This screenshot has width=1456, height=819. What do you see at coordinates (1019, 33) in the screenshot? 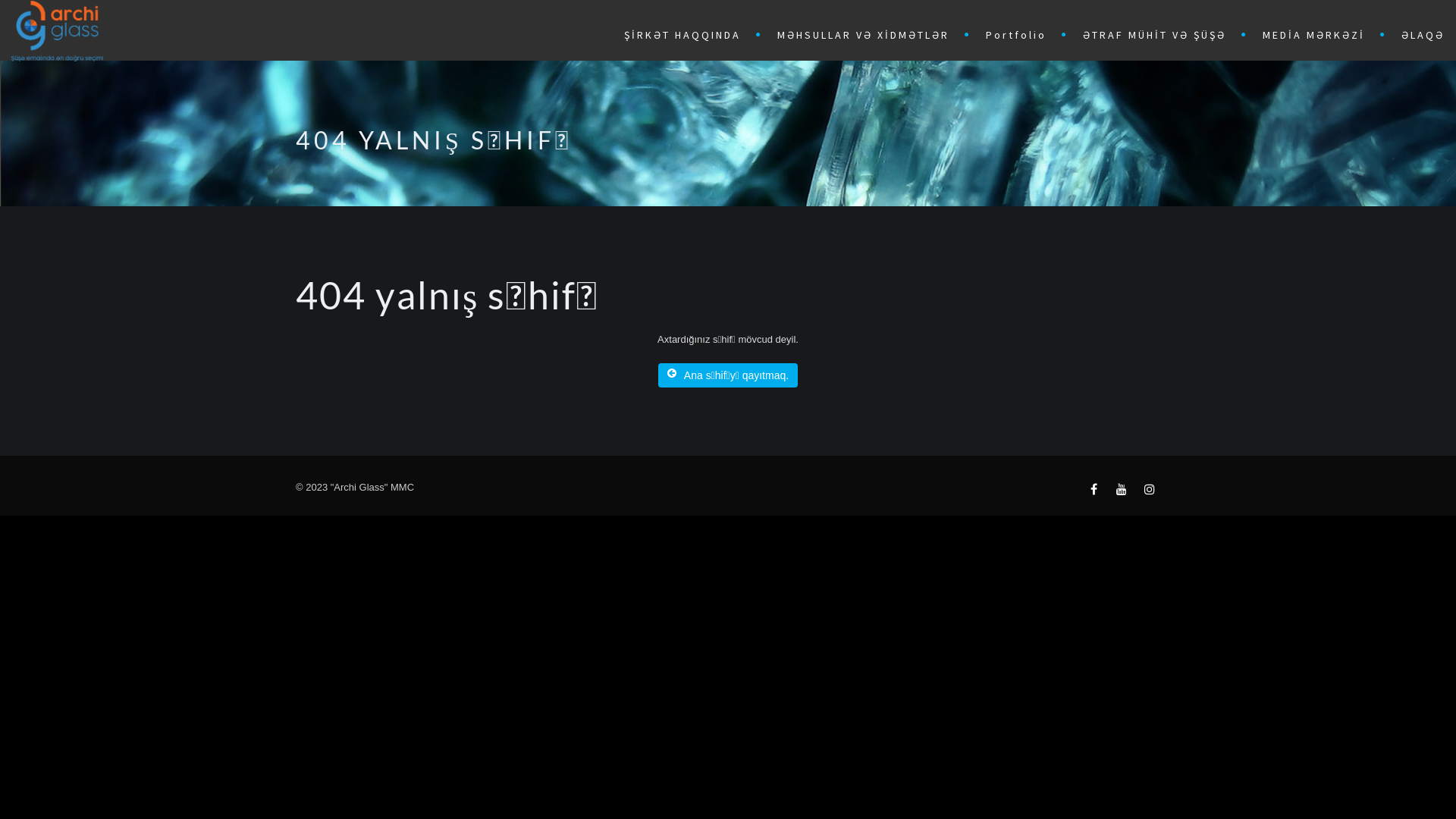
I see `'Portfolio'` at bounding box center [1019, 33].